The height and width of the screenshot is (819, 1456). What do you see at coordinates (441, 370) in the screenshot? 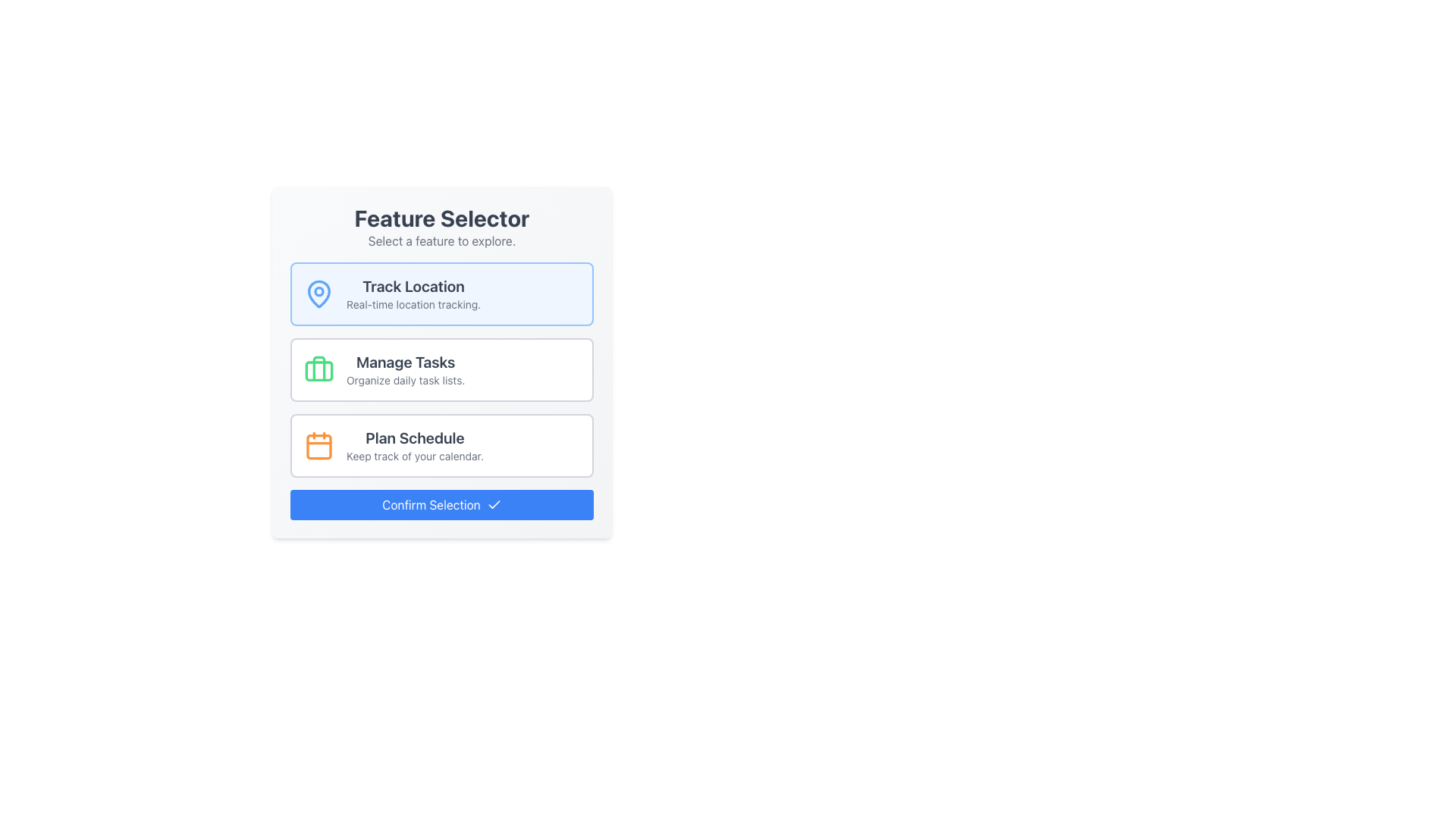
I see `the second button in the vertical stack of three buttons labeled under 'Feature Selector'` at bounding box center [441, 370].